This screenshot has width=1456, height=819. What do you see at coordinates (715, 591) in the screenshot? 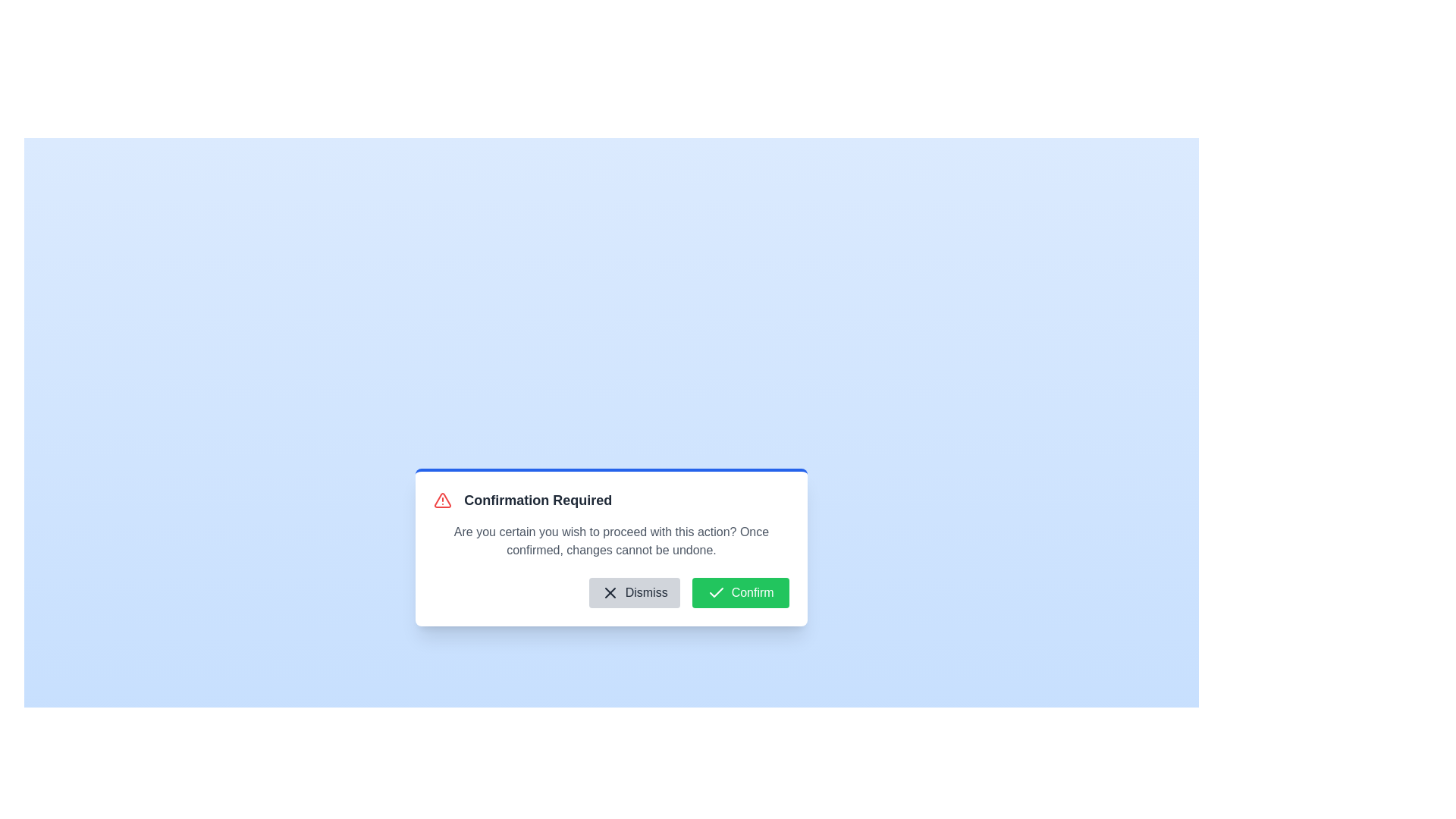
I see `the tick-shaped icon inside the green 'Confirm' button located at the bottom-right of the dialog modal` at bounding box center [715, 591].